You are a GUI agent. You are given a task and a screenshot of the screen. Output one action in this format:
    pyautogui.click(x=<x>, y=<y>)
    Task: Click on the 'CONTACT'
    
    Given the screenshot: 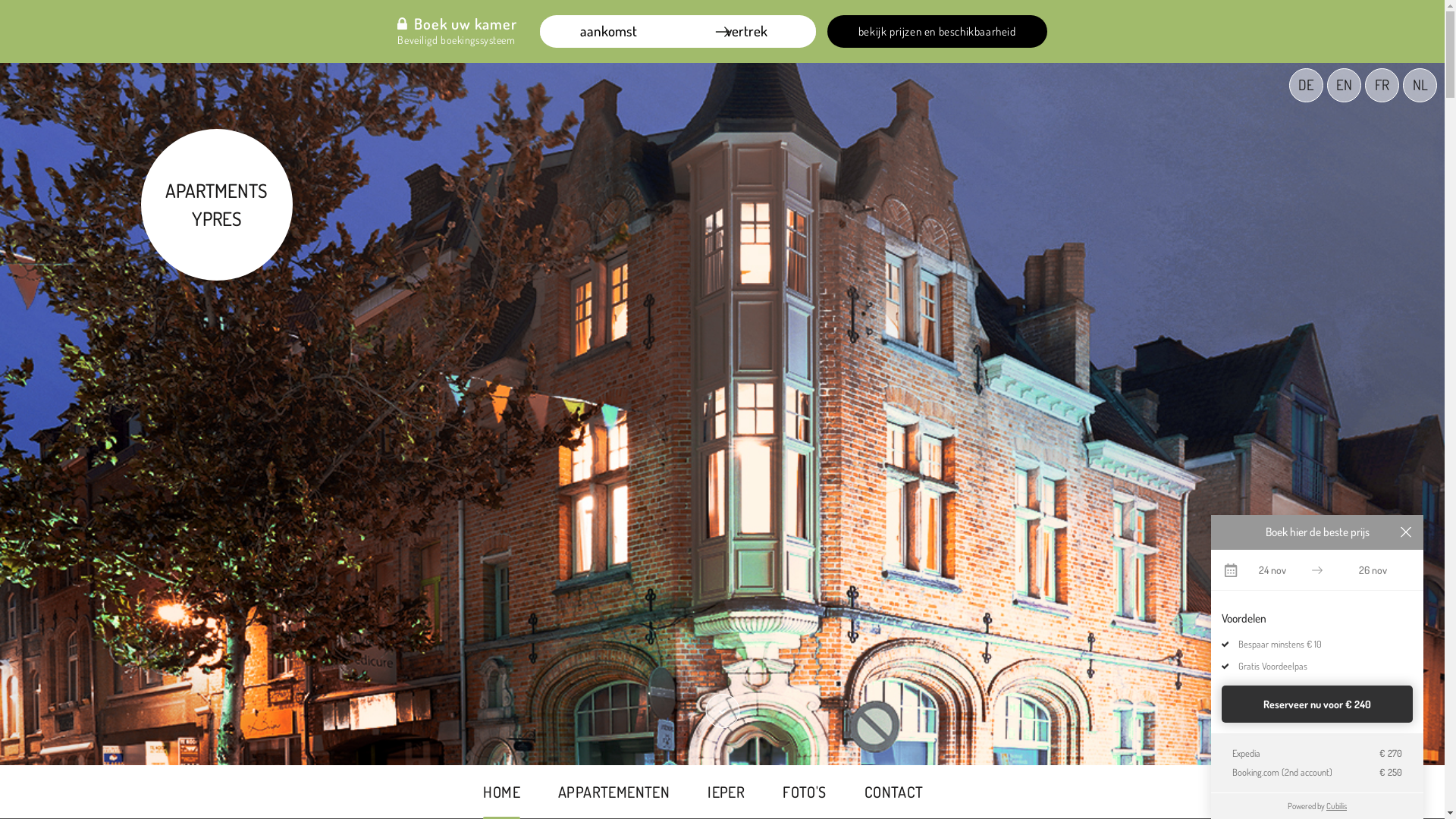 What is the action you would take?
    pyautogui.click(x=864, y=791)
    